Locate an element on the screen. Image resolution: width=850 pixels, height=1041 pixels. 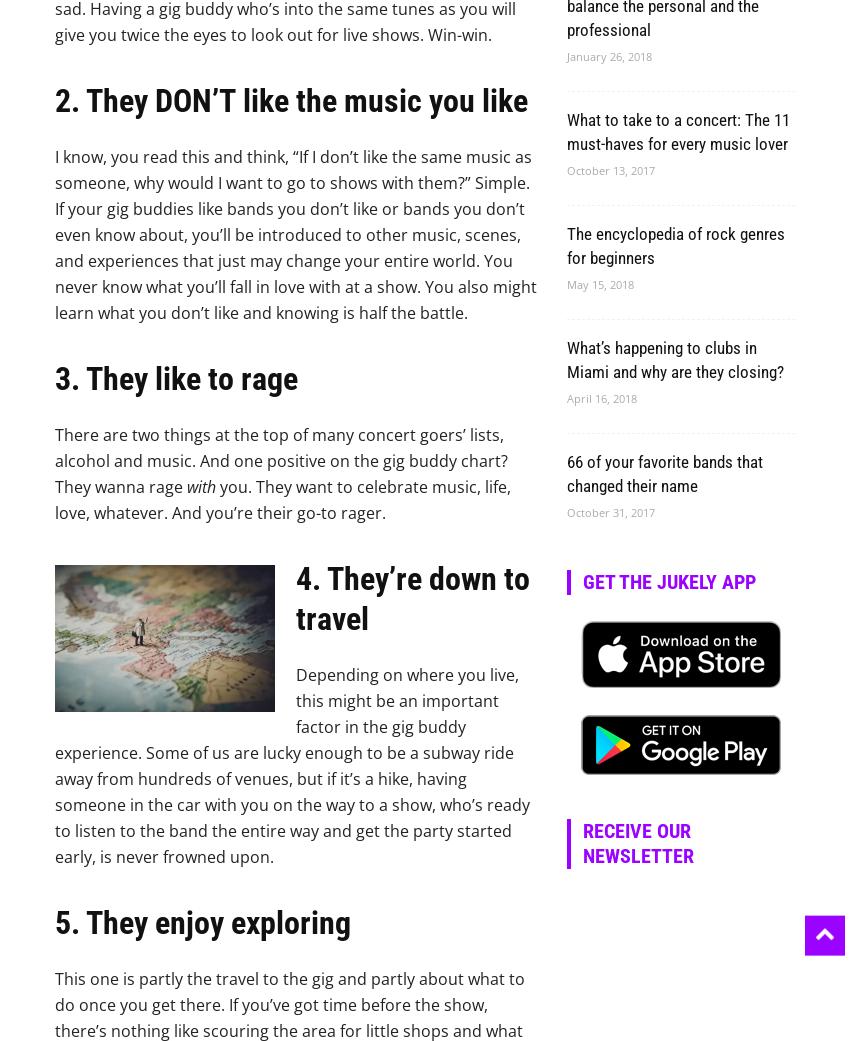
'66 of your favorite bands that changed their name' is located at coordinates (567, 472).